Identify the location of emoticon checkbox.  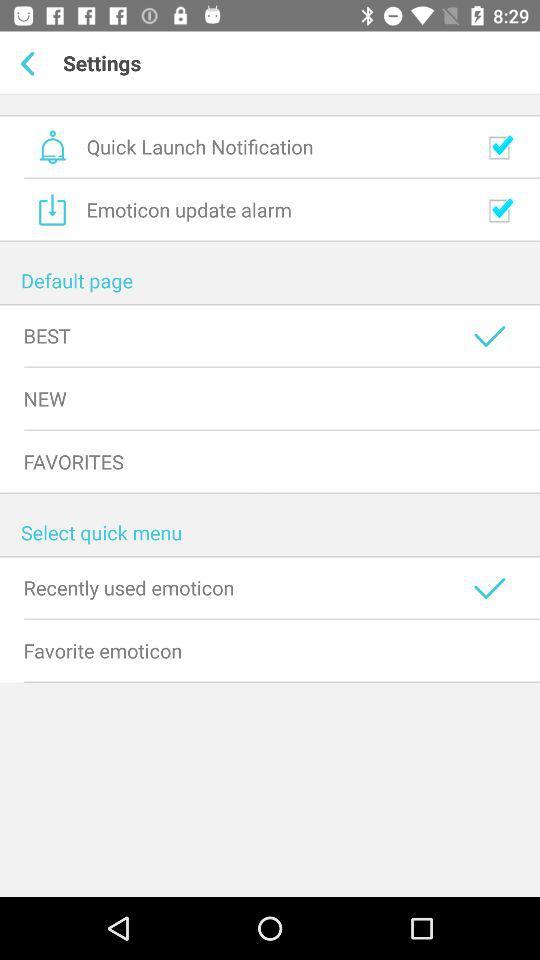
(499, 210).